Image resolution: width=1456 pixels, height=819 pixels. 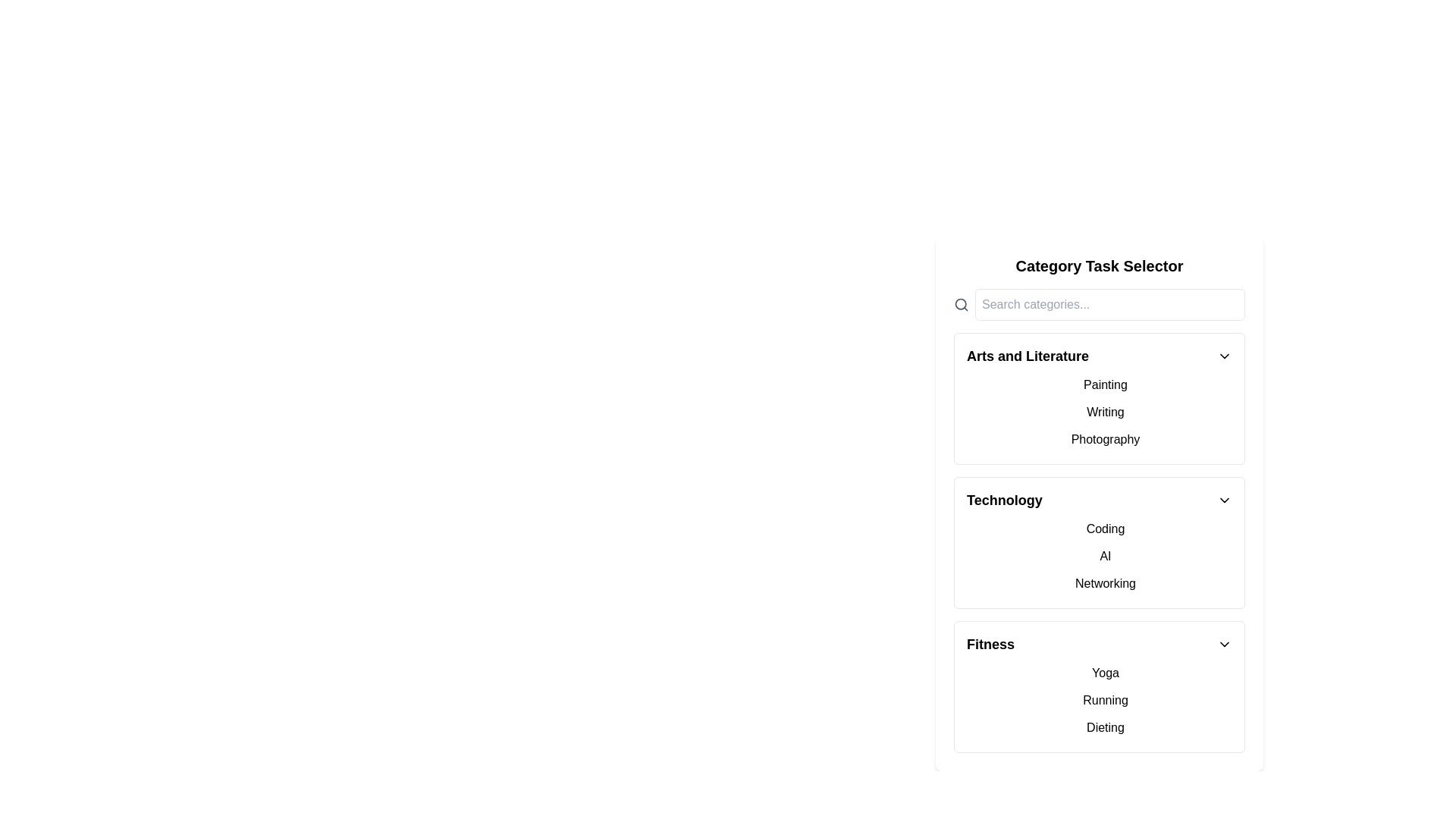 I want to click on the 'Writing' category option, which is the second item in the 'Arts and Literature' task selector list, displayed in regular black font, so click(x=1106, y=412).